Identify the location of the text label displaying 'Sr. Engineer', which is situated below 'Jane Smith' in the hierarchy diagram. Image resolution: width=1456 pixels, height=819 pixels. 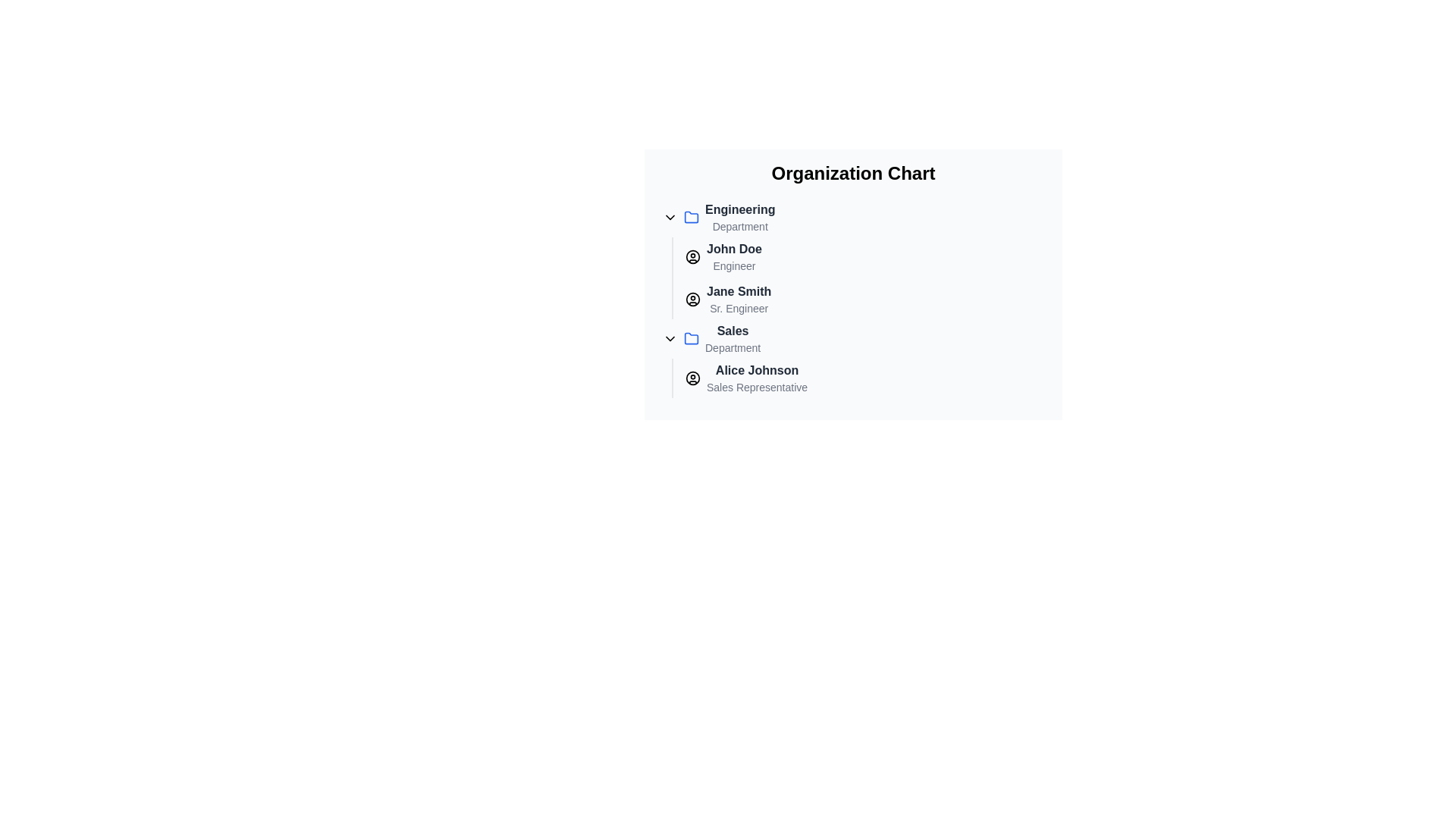
(739, 308).